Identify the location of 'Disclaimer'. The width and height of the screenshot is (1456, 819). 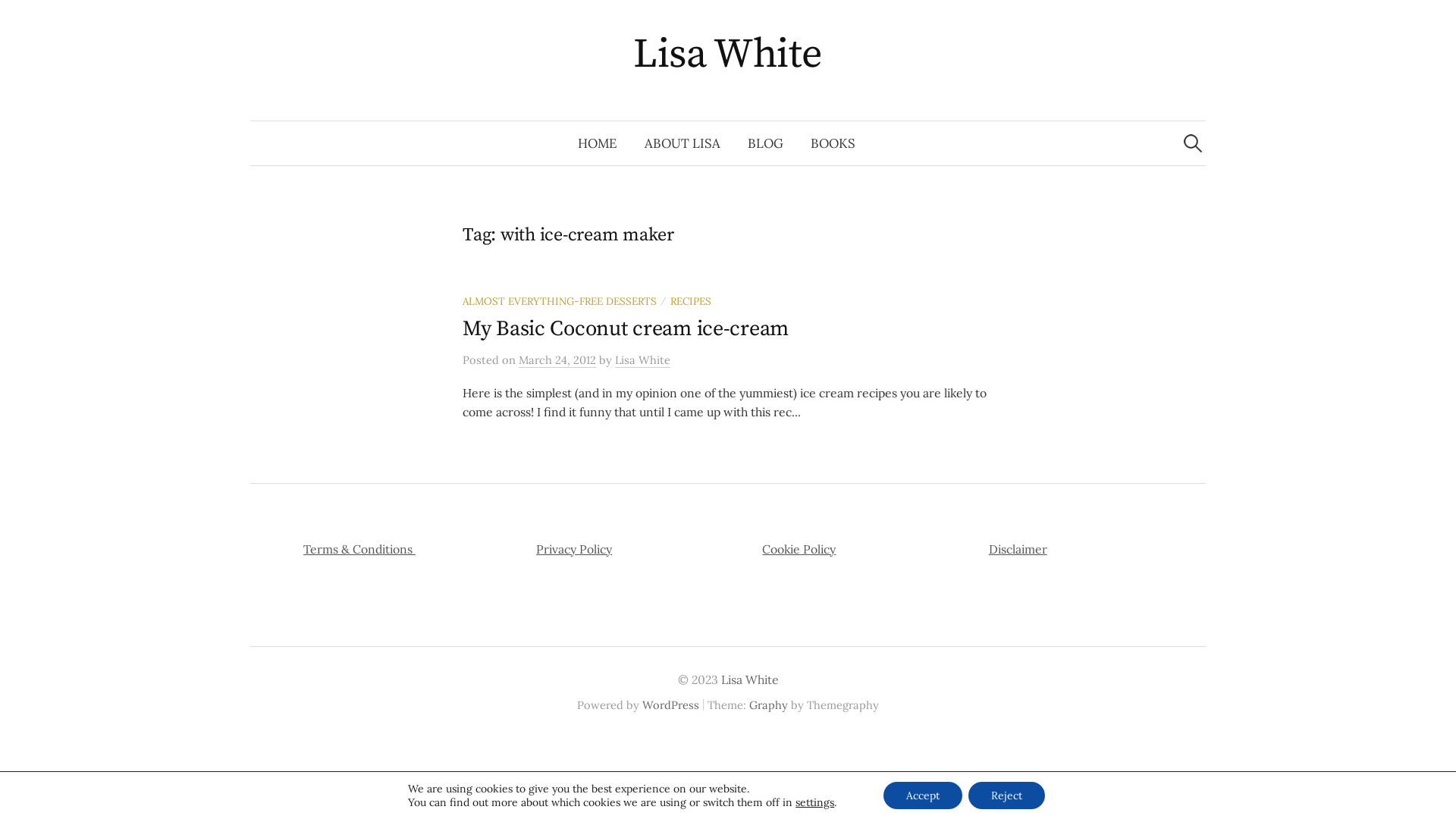
(1018, 549).